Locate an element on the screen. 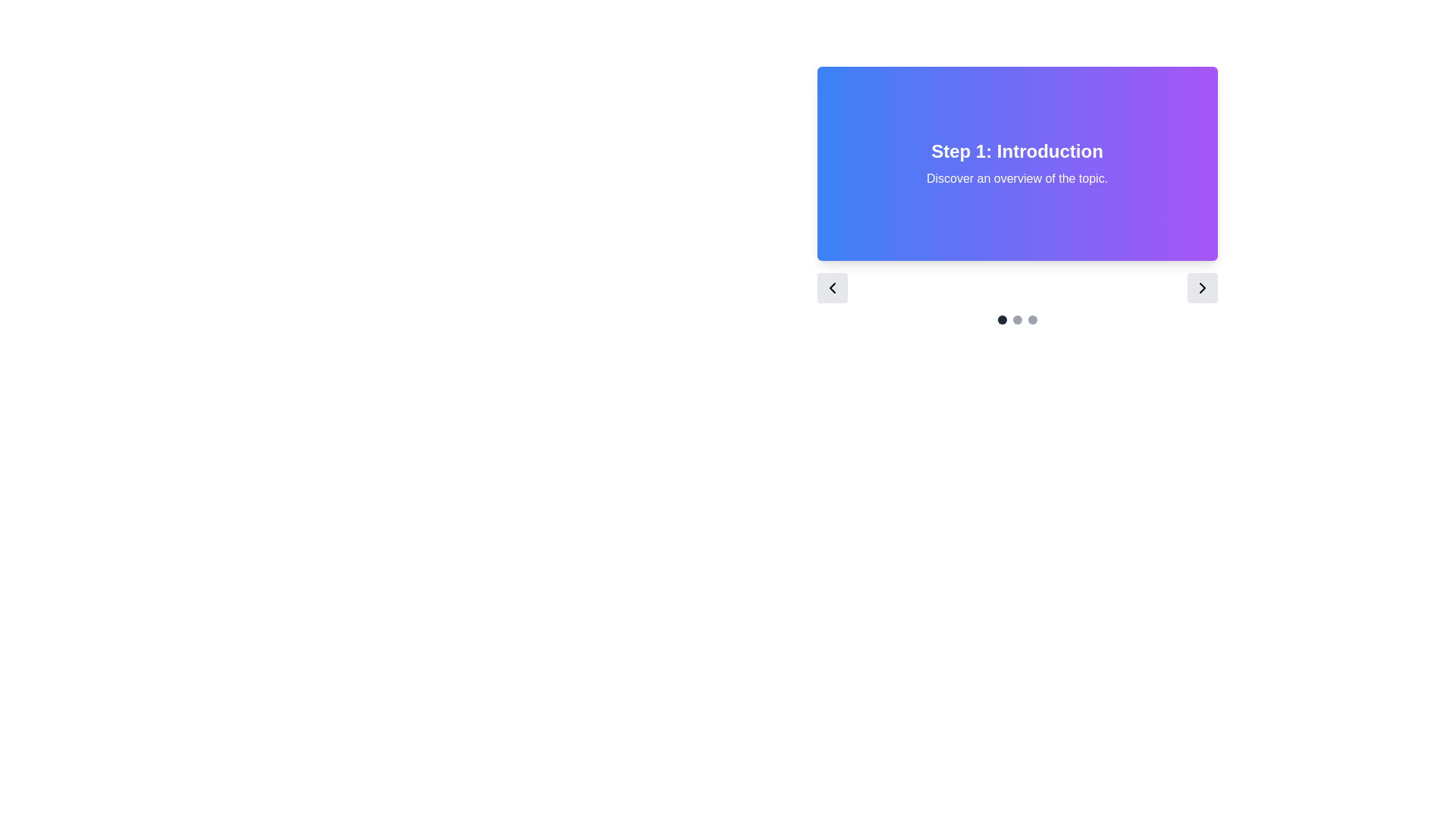 The width and height of the screenshot is (1456, 819). the pagination indicator with circular buttons located below the main card labeled 'Step 1: Introduction' at the center of the interface is located at coordinates (1017, 318).